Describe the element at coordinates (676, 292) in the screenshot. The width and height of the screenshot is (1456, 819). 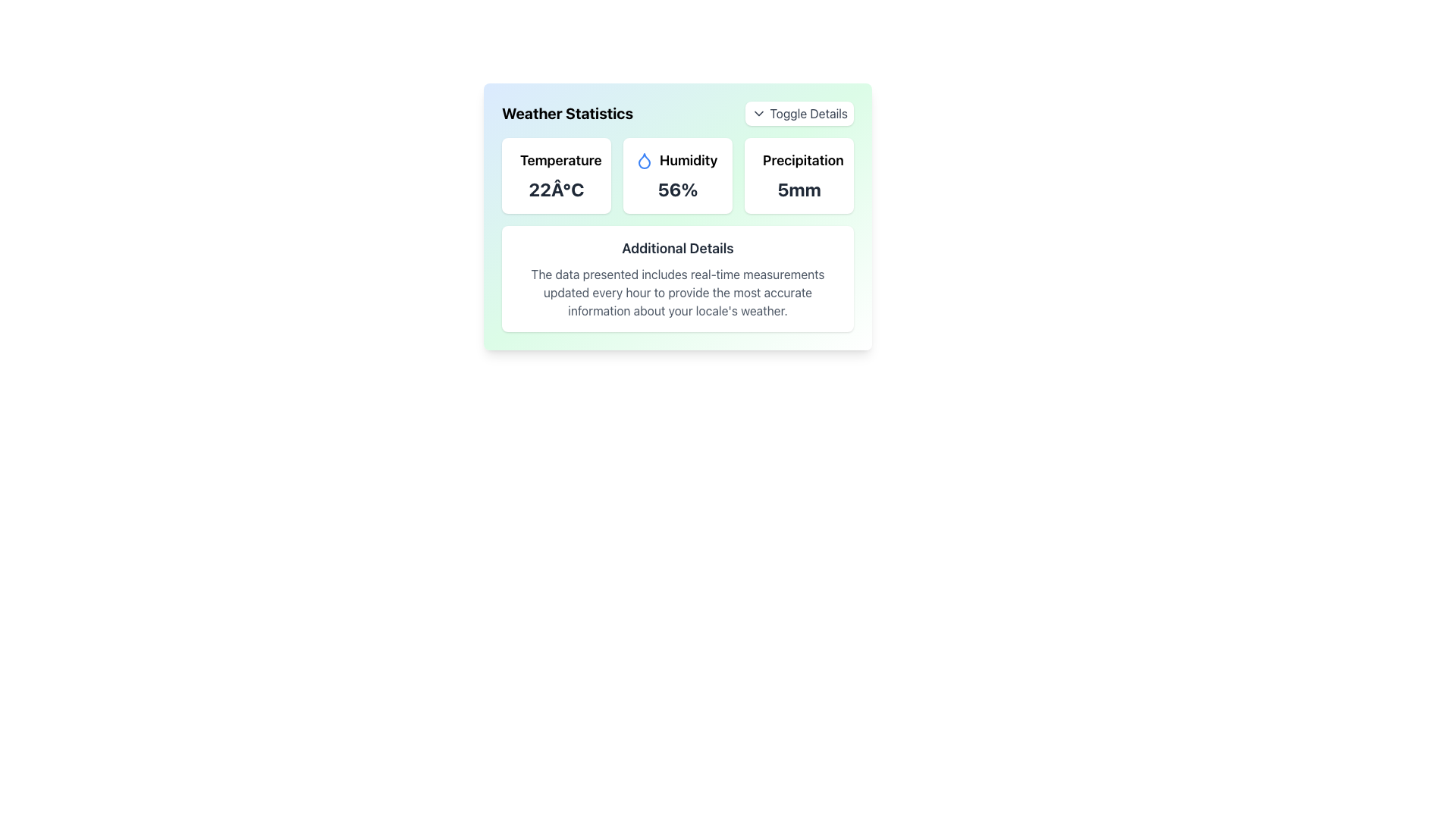
I see `the static text element that provides supplementary information about real-time updates of weather data located under the heading 'Additional Details'` at that location.